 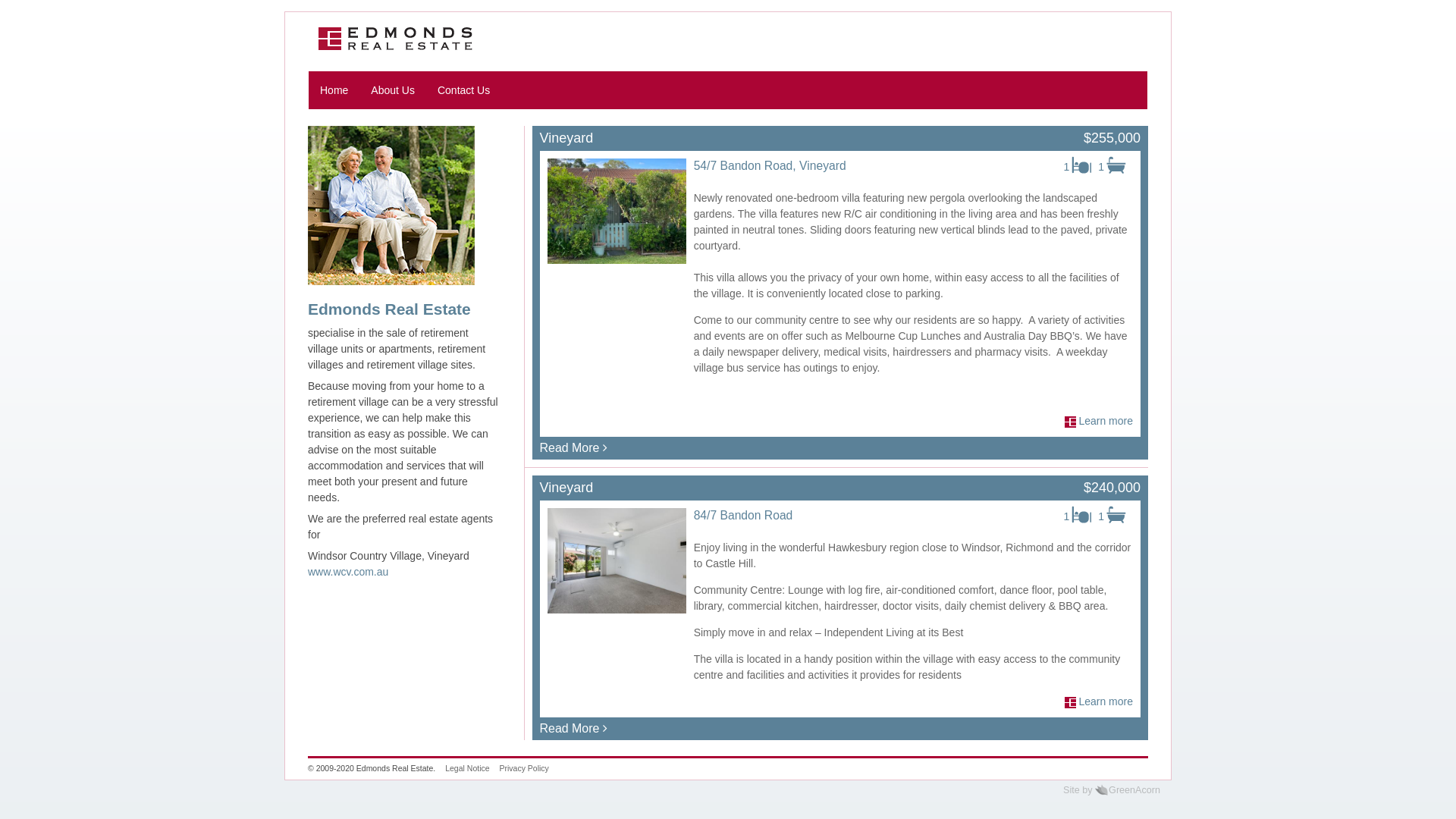 What do you see at coordinates (333, 90) in the screenshot?
I see `'Home'` at bounding box center [333, 90].